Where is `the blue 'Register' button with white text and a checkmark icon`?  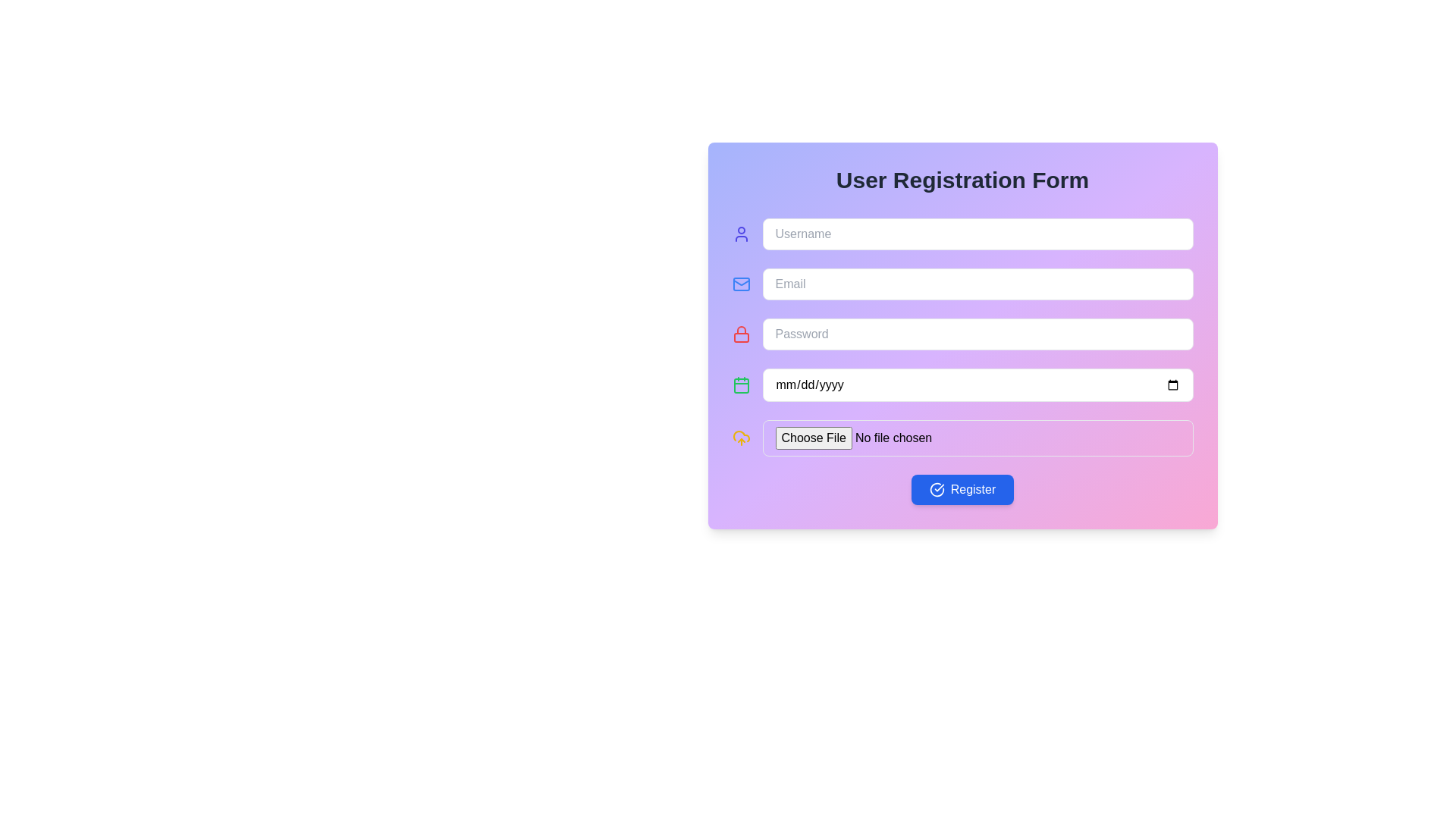
the blue 'Register' button with white text and a checkmark icon is located at coordinates (961, 489).